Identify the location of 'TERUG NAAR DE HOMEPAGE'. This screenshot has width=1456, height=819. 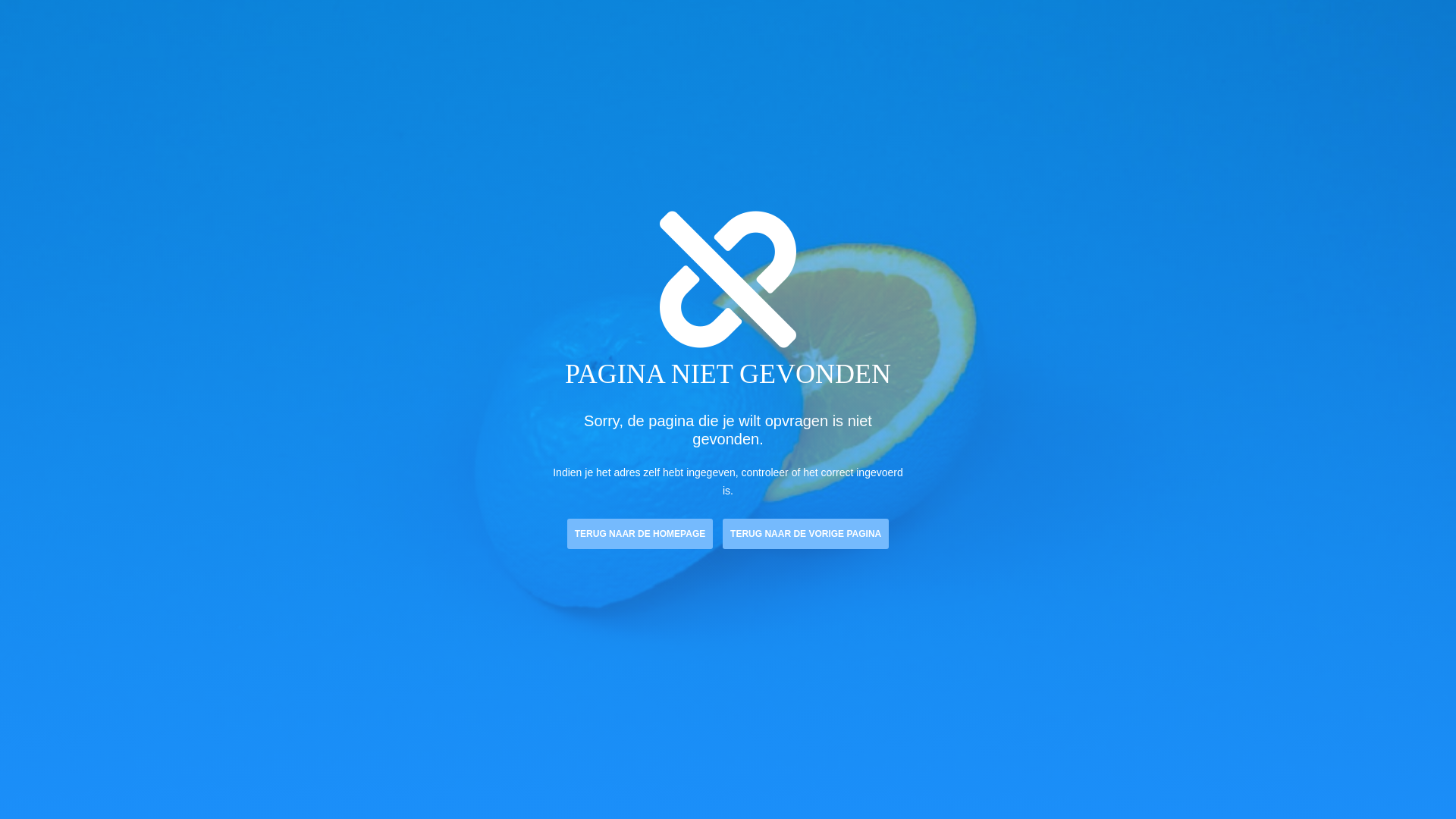
(640, 533).